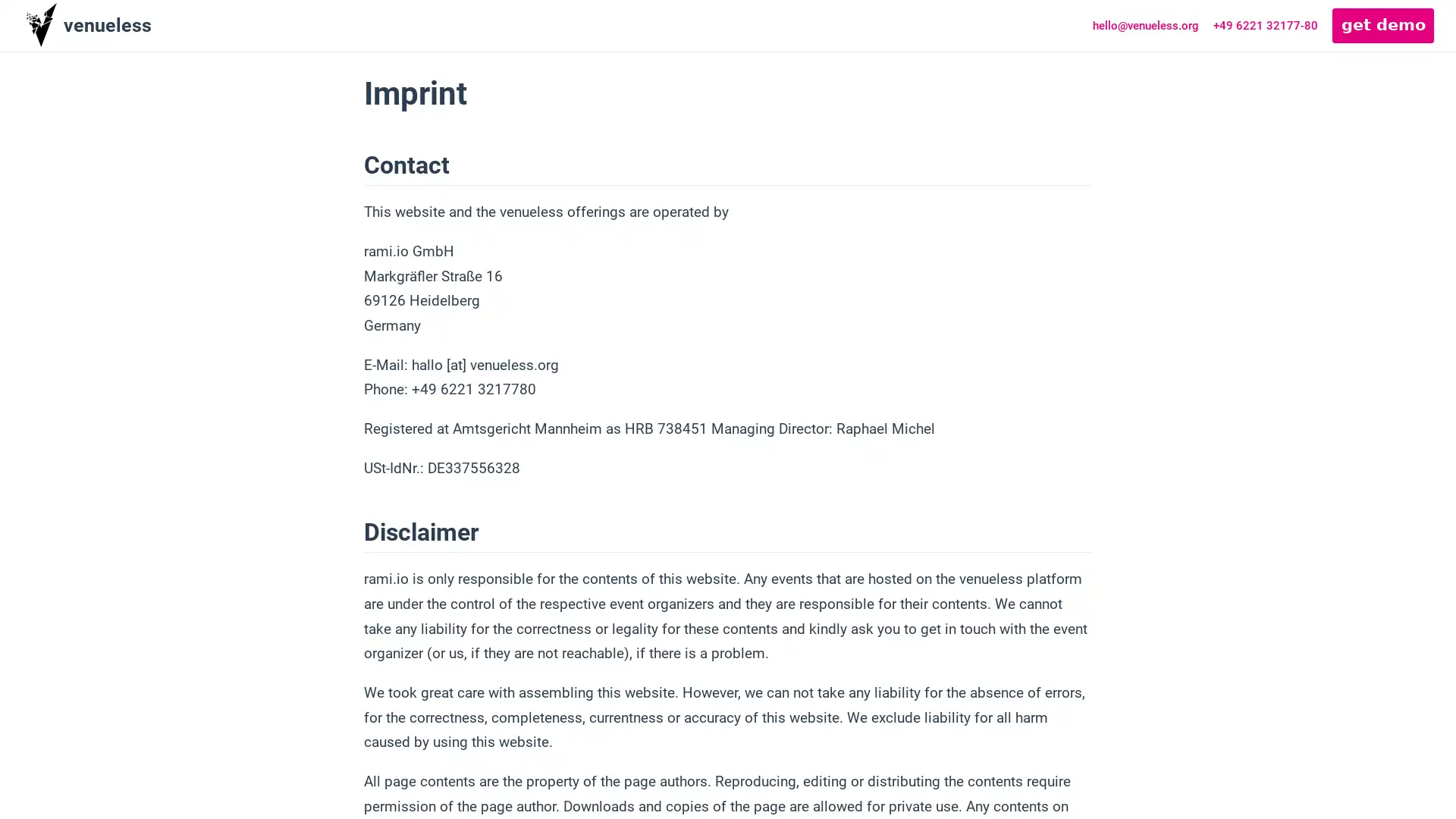 This screenshot has height=819, width=1456. I want to click on get demo, so click(1383, 25).